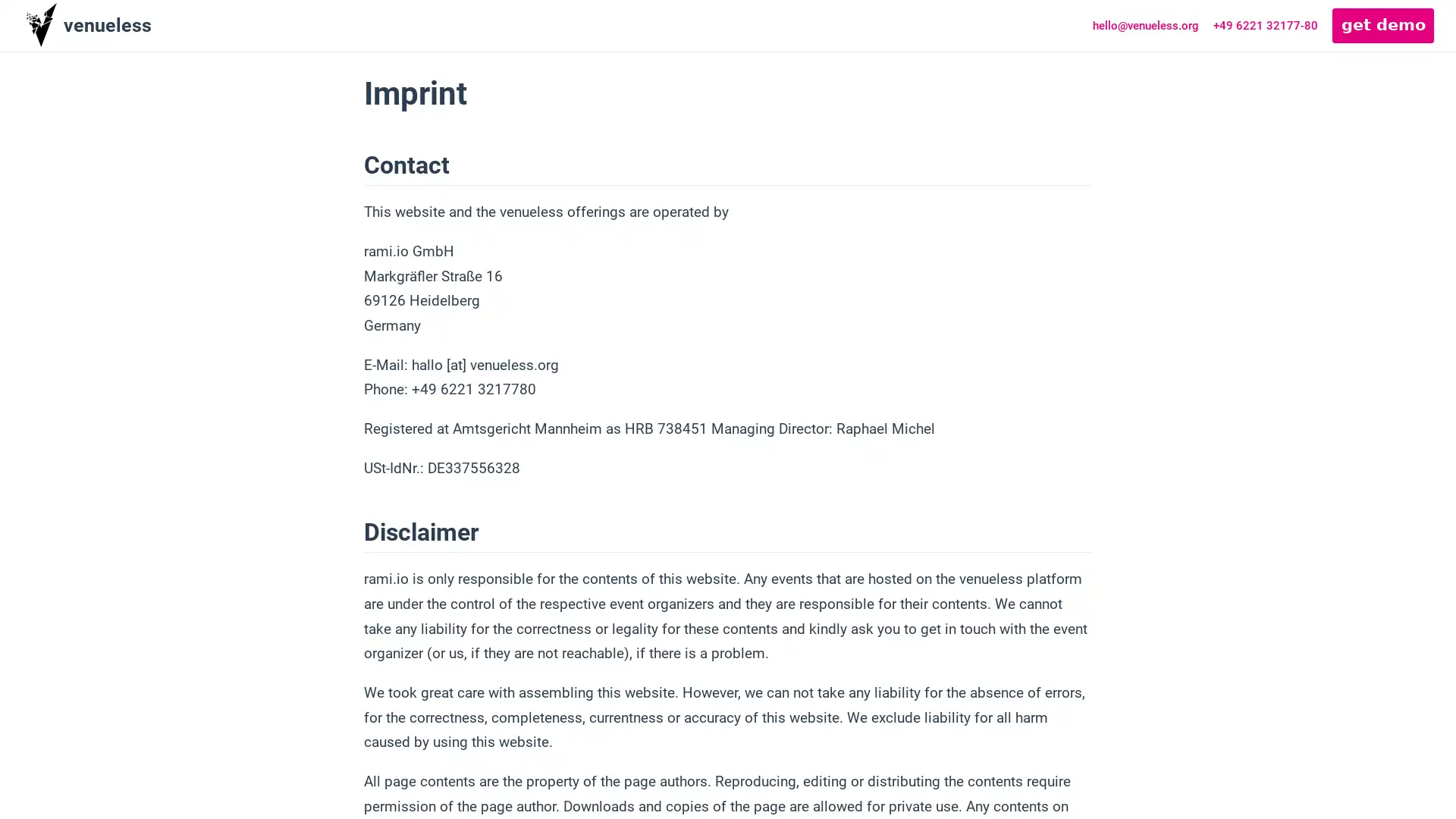 This screenshot has height=819, width=1456. I want to click on get demo, so click(1383, 25).